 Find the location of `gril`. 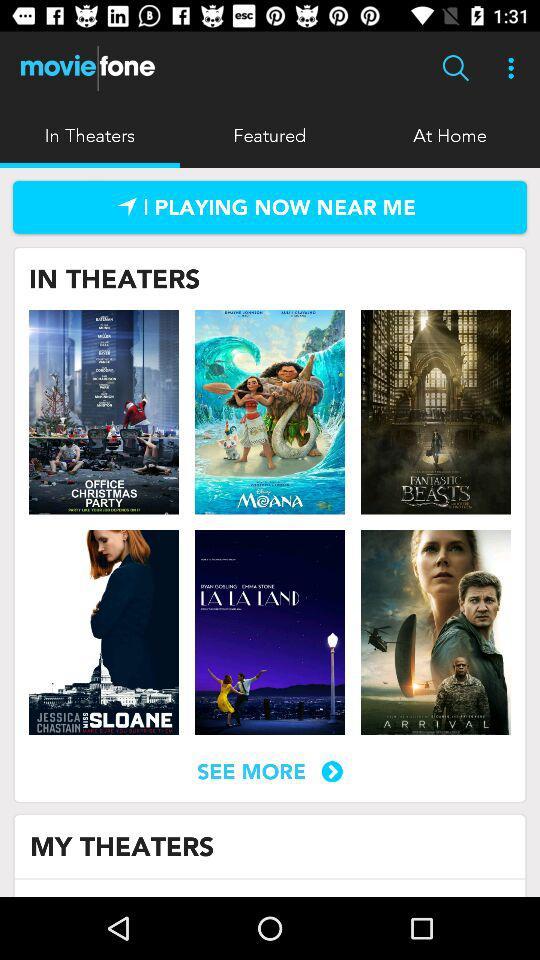

gril is located at coordinates (104, 631).